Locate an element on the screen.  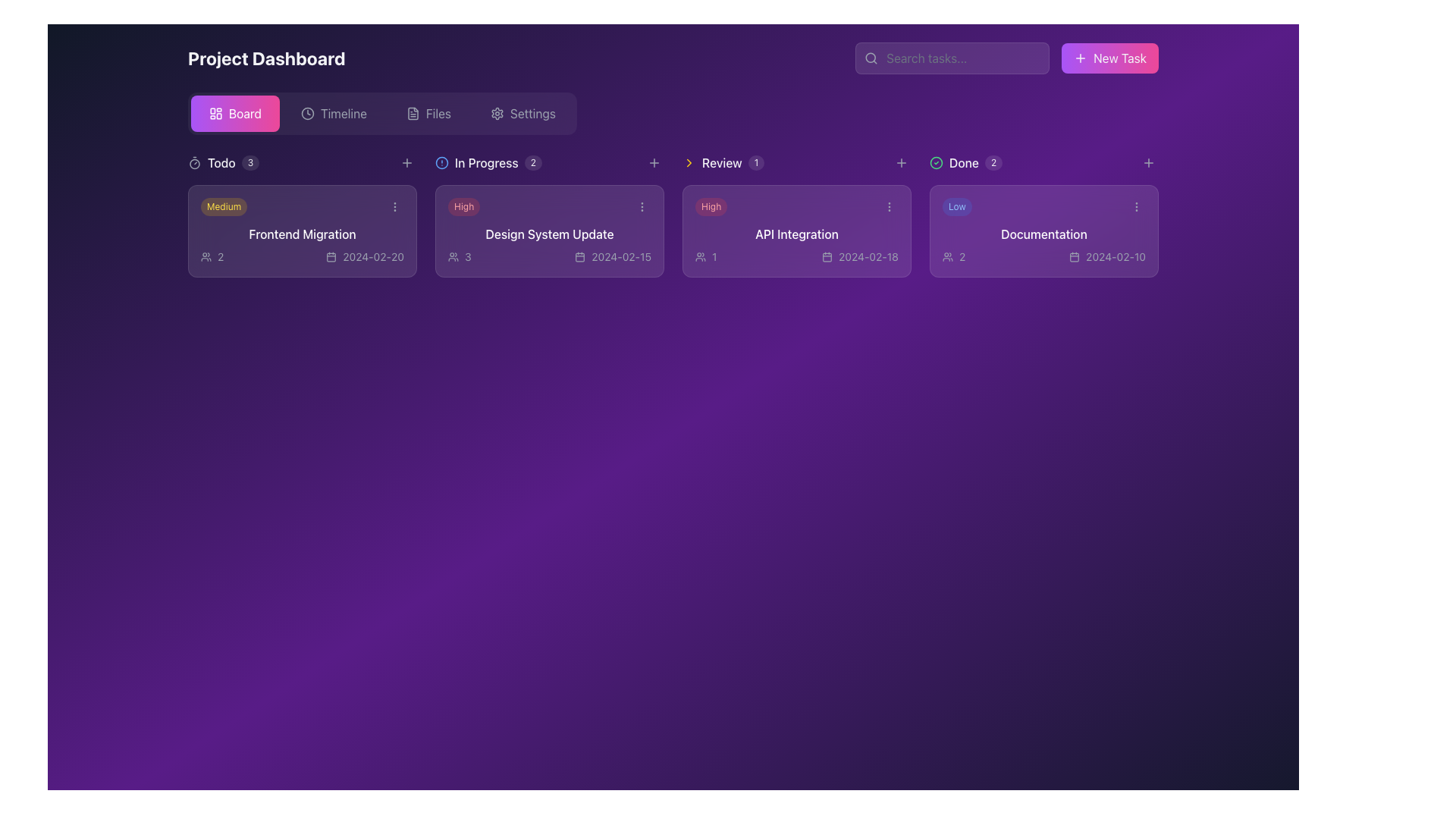
the second '+' button in the 'In Progress' section header is located at coordinates (654, 163).